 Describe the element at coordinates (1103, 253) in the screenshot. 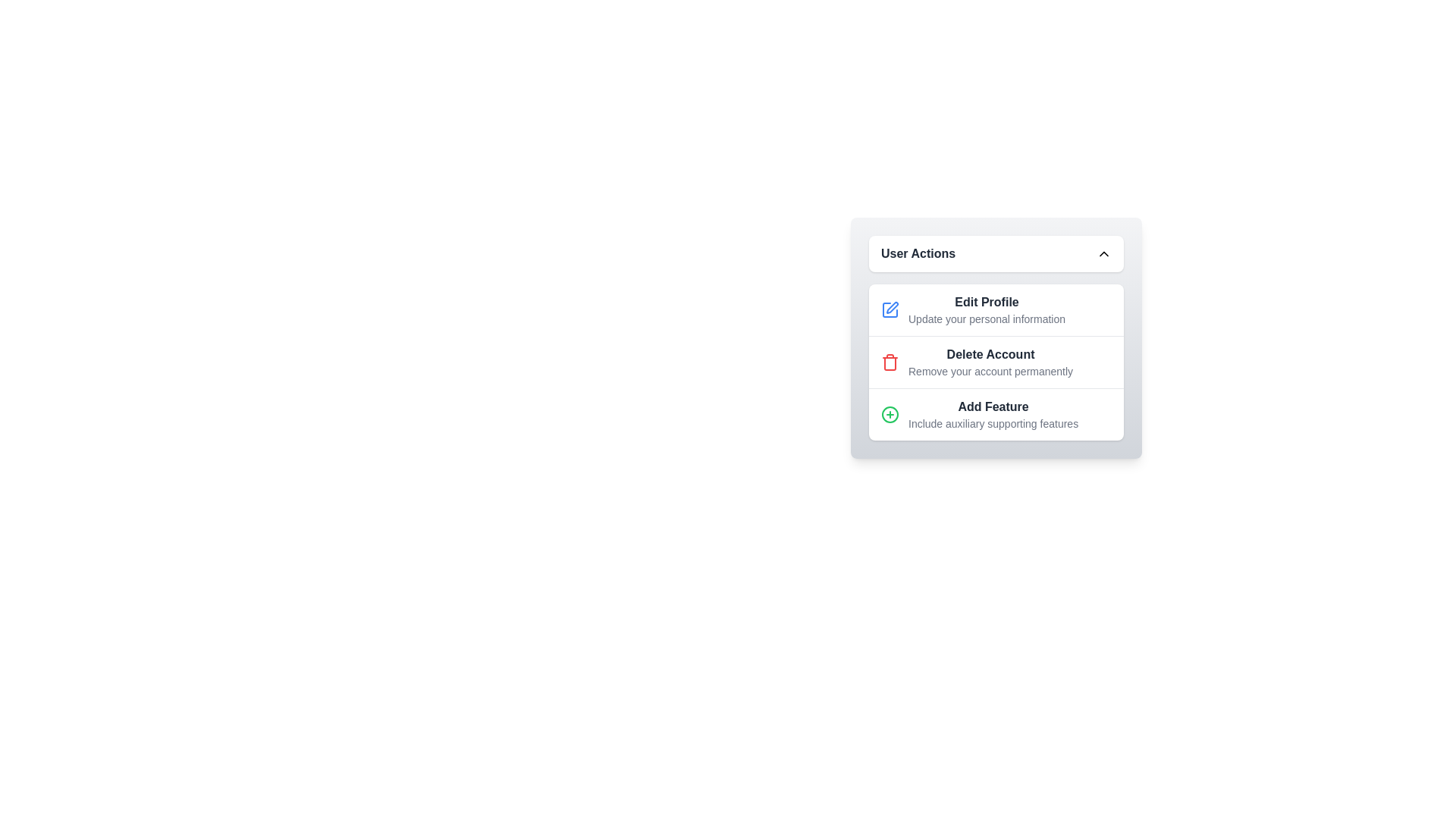

I see `the small upward-pointing arrow icon located inside the white rounded box labeled 'User Actions'` at that location.